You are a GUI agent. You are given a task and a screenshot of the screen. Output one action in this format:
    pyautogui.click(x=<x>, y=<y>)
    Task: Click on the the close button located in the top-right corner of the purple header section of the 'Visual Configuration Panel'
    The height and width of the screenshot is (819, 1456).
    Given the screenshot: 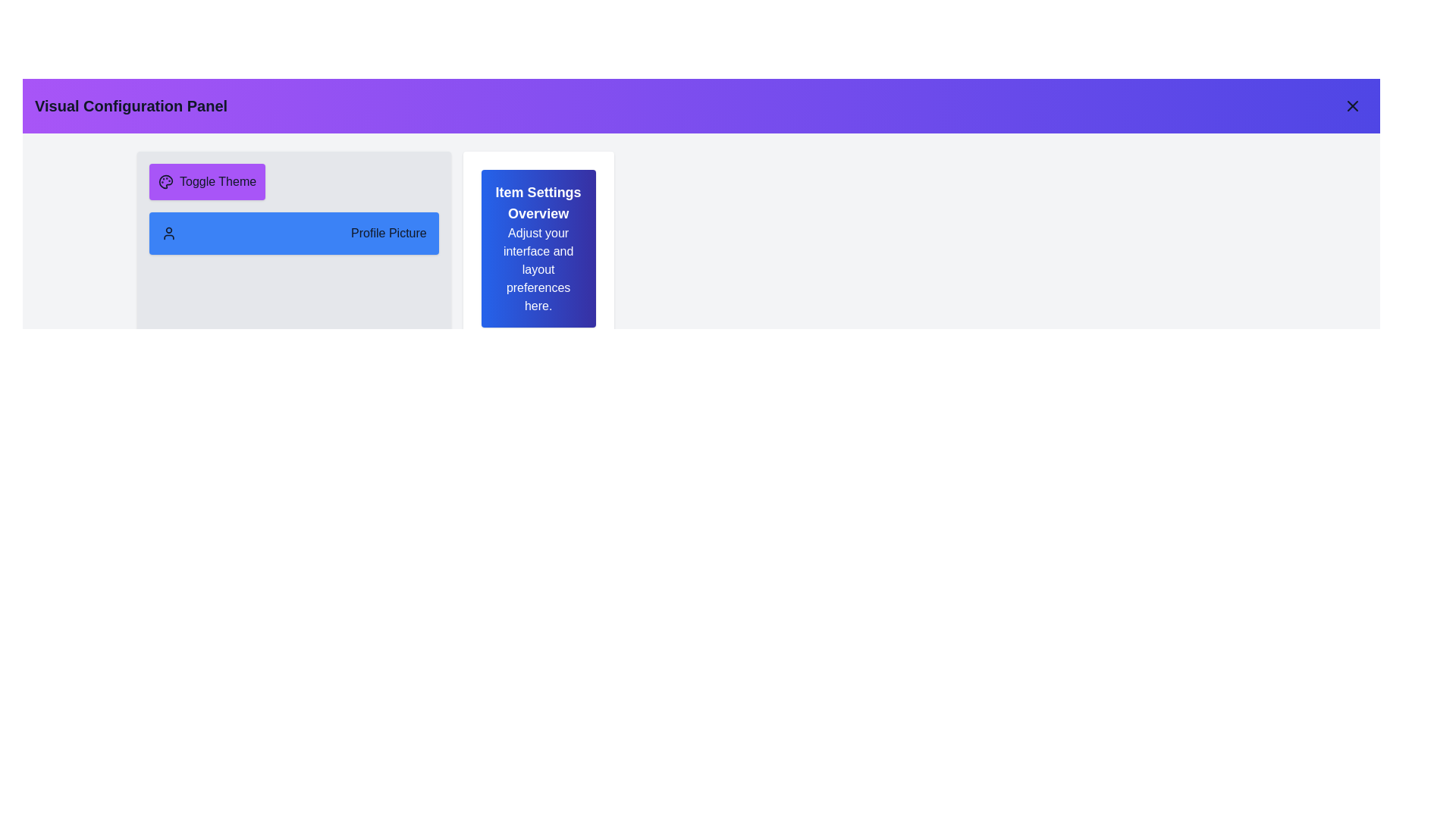 What is the action you would take?
    pyautogui.click(x=1353, y=105)
    